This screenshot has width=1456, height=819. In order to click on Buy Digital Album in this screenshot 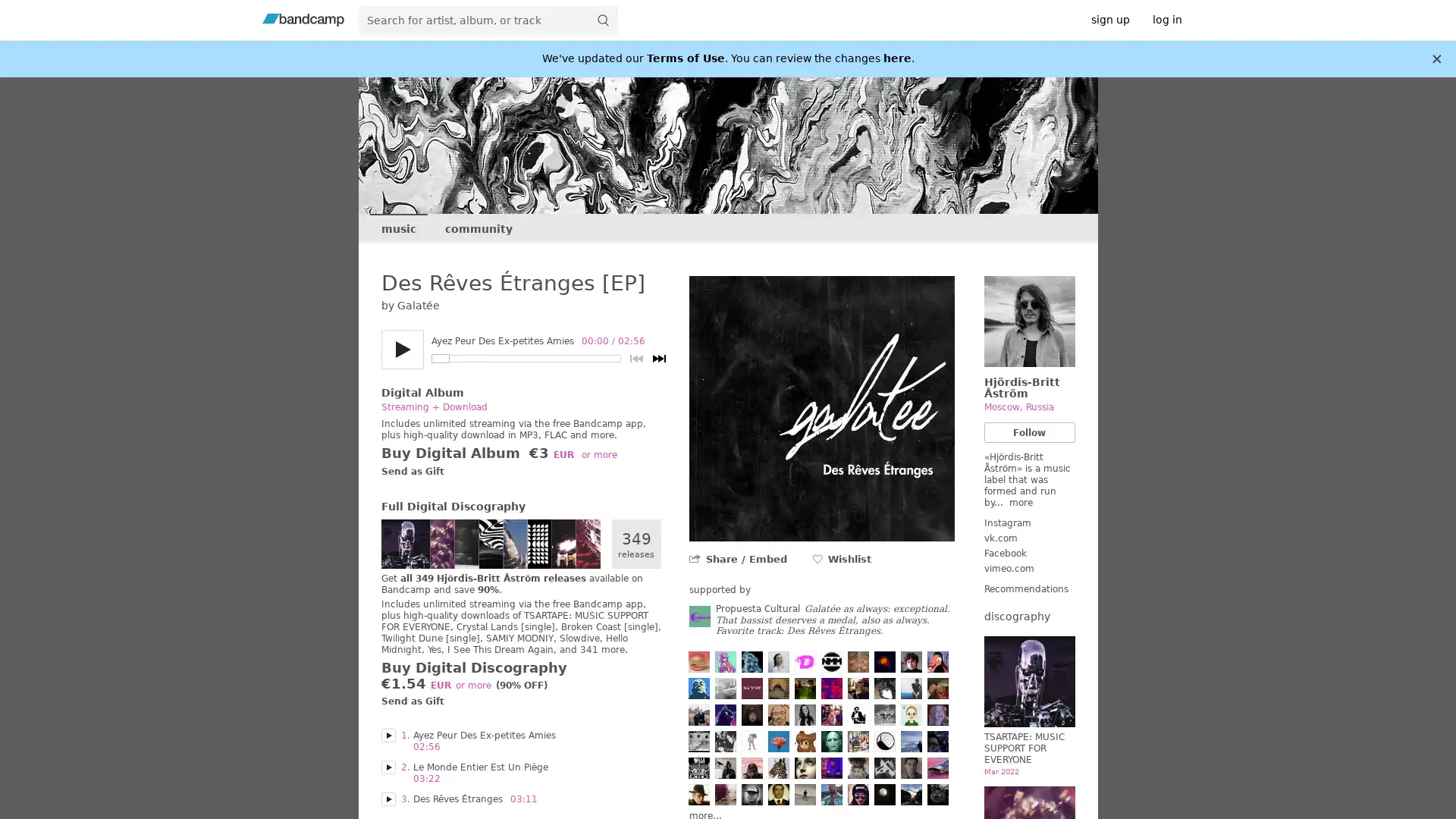, I will do `click(449, 452)`.